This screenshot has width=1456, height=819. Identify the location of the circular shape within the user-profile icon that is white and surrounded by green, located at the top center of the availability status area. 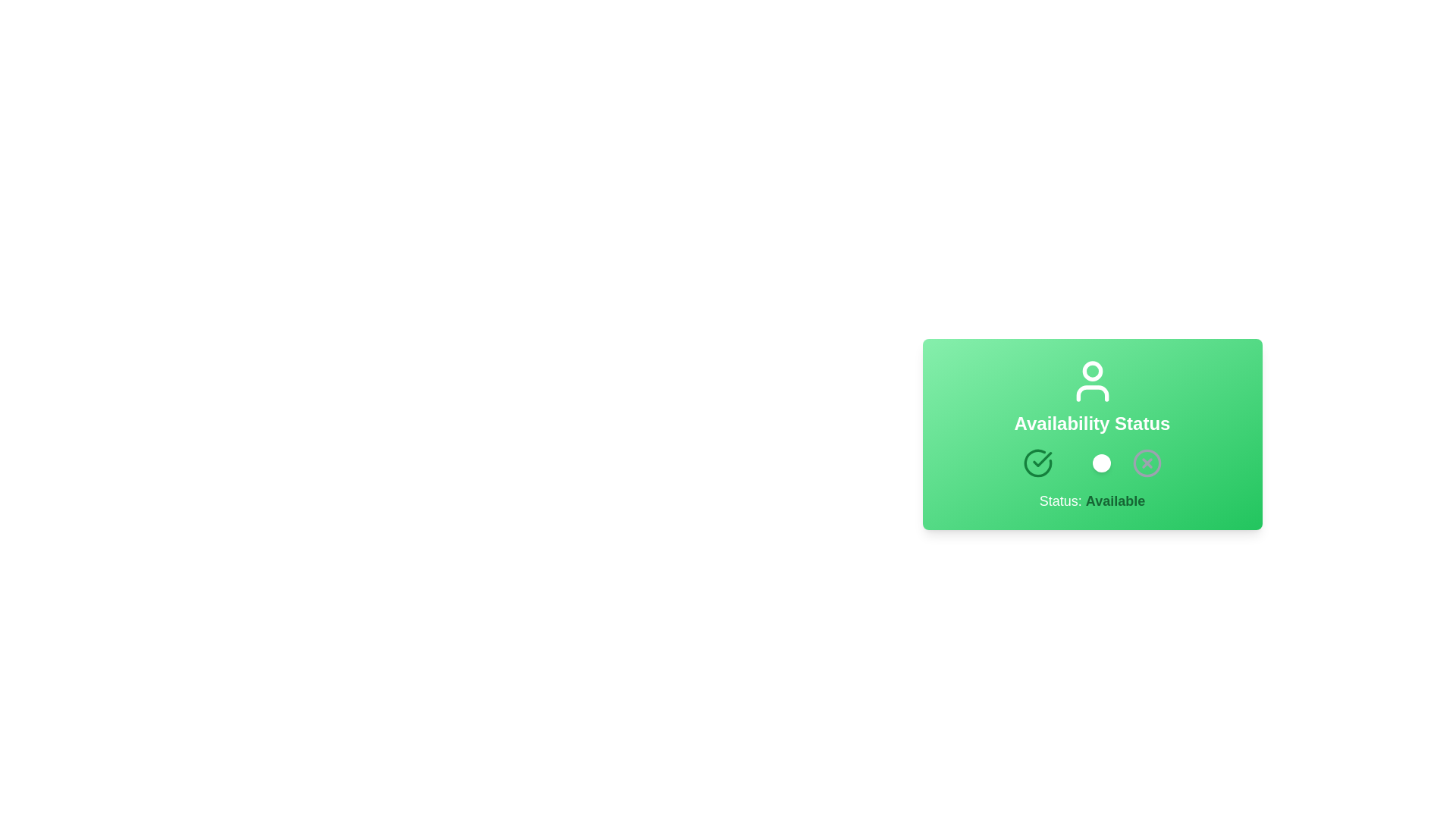
(1092, 371).